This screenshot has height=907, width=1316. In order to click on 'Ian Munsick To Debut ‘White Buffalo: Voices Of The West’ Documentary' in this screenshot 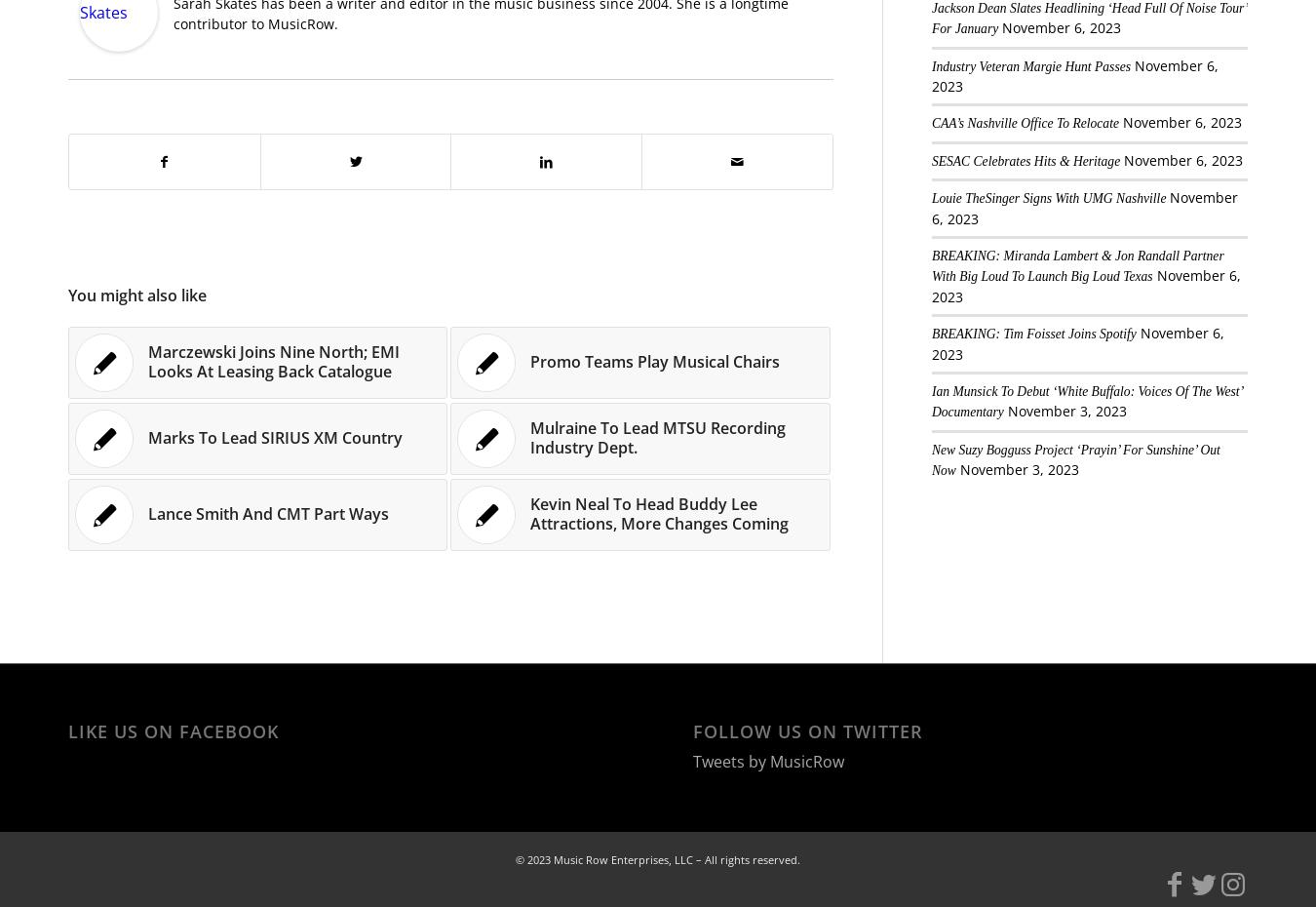, I will do `click(1086, 401)`.